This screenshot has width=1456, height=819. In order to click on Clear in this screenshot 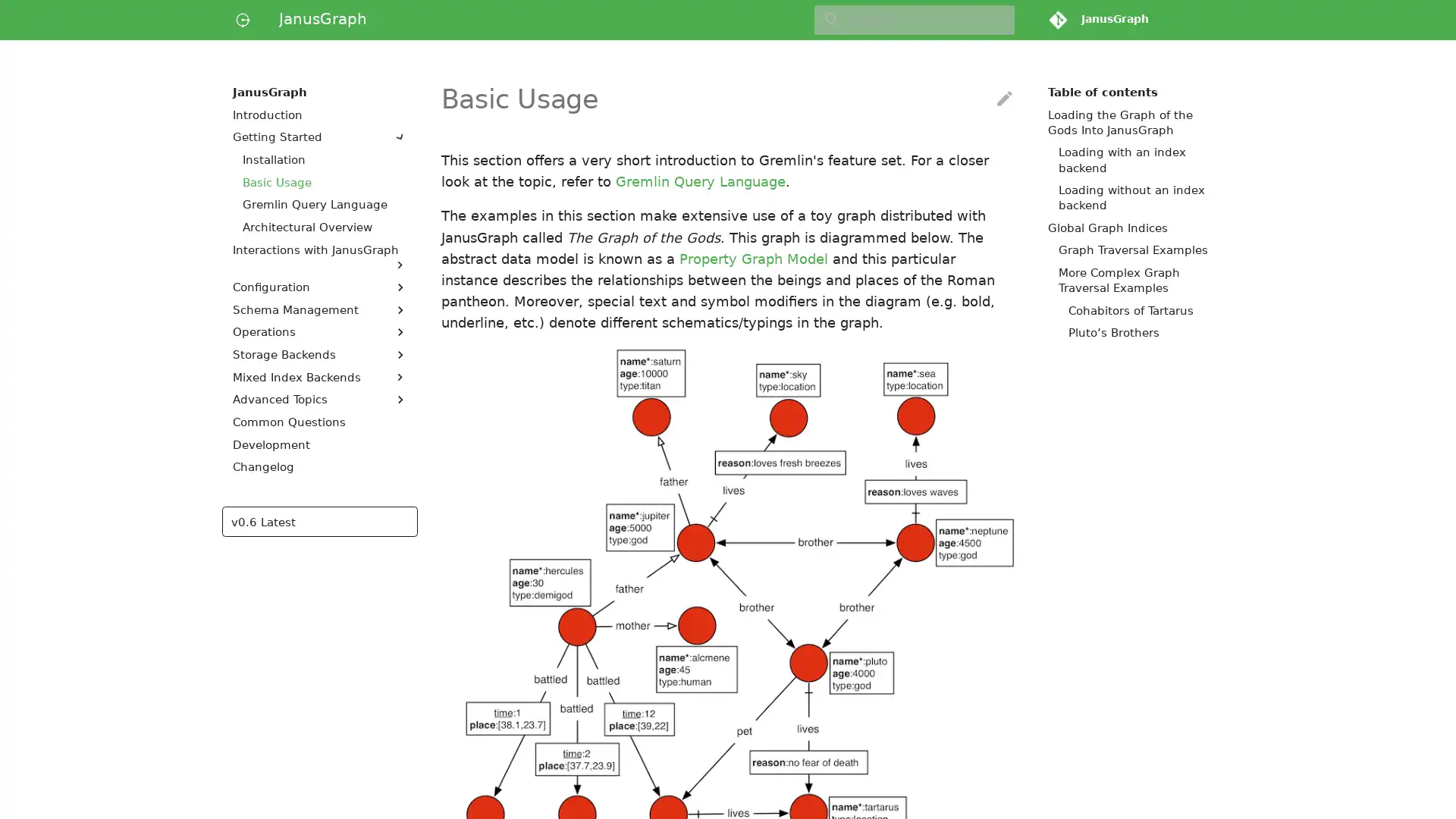, I will do `click(996, 20)`.